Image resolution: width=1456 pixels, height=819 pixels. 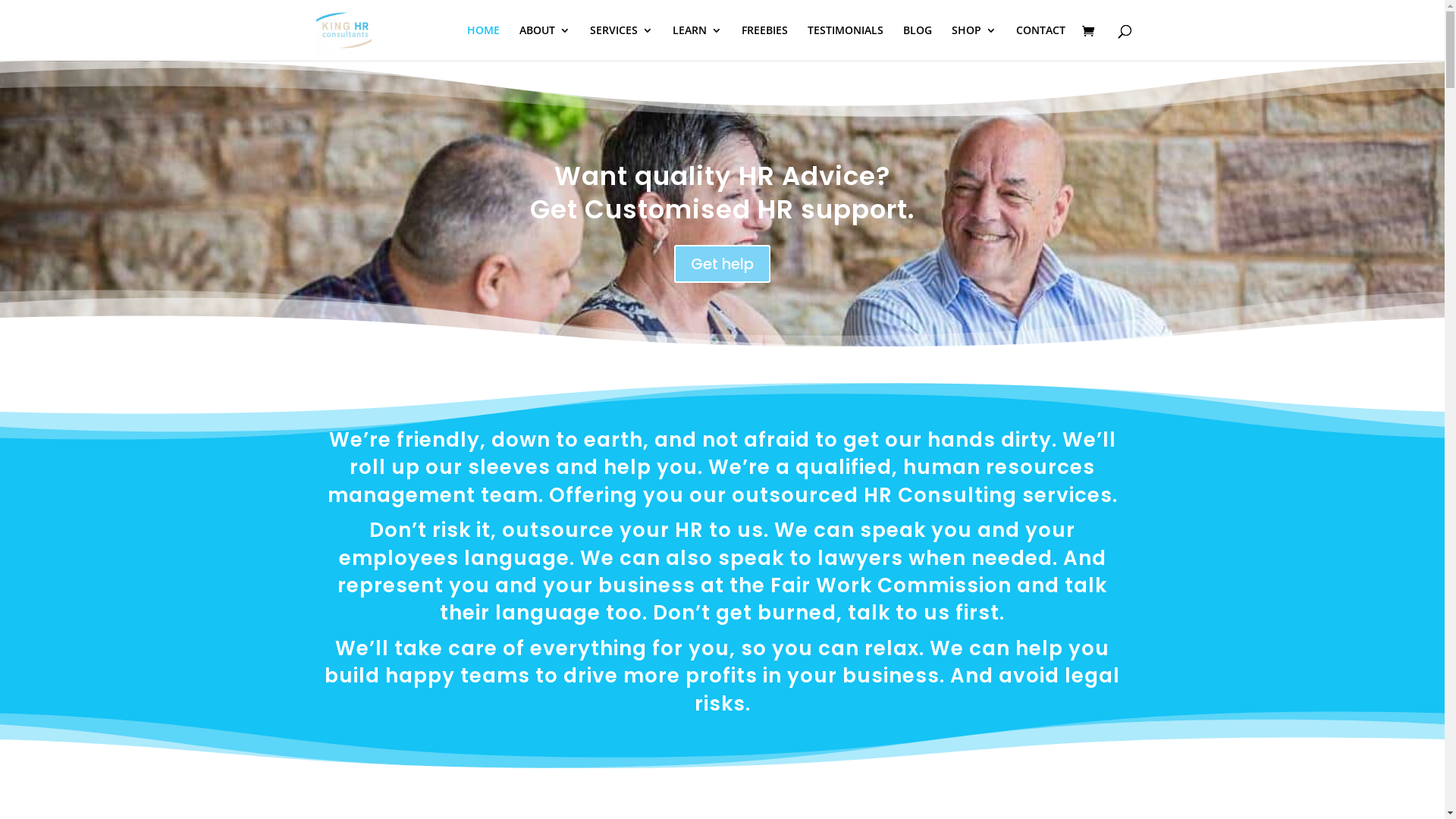 What do you see at coordinates (973, 42) in the screenshot?
I see `'SHOP'` at bounding box center [973, 42].